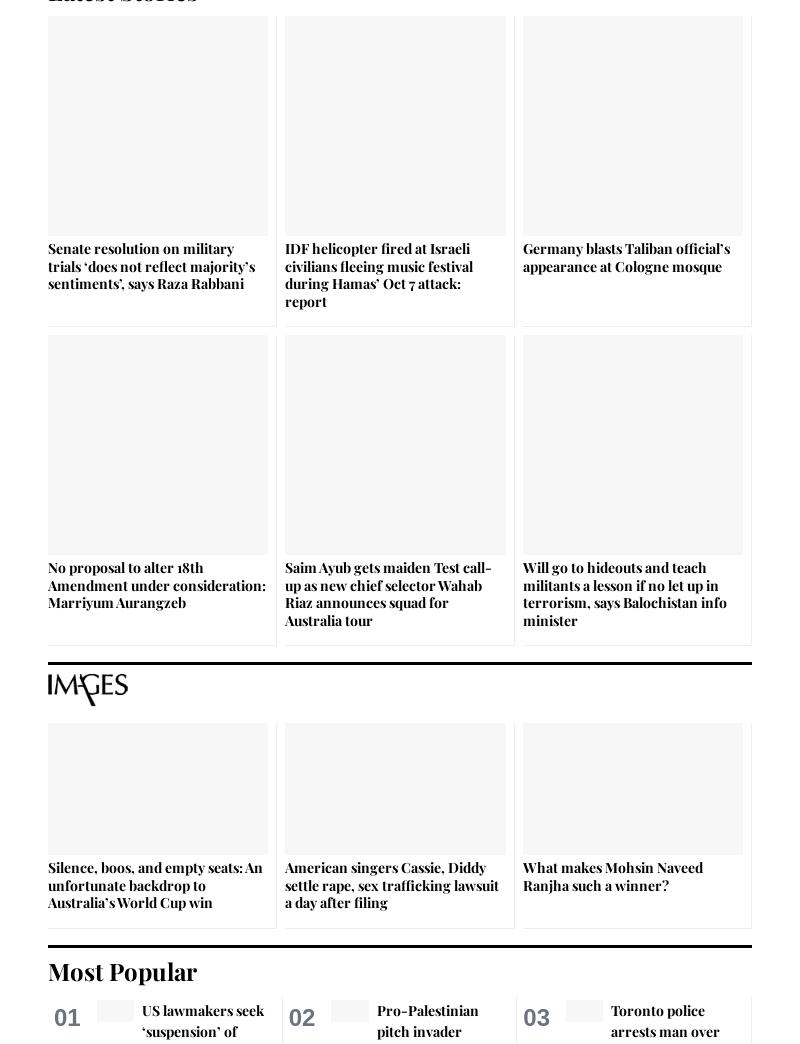 The width and height of the screenshot is (800, 1044). Describe the element at coordinates (155, 884) in the screenshot. I see `'Silence, boos, and empty seats: An unfortunate backdrop to Australia’s World Cup win'` at that location.